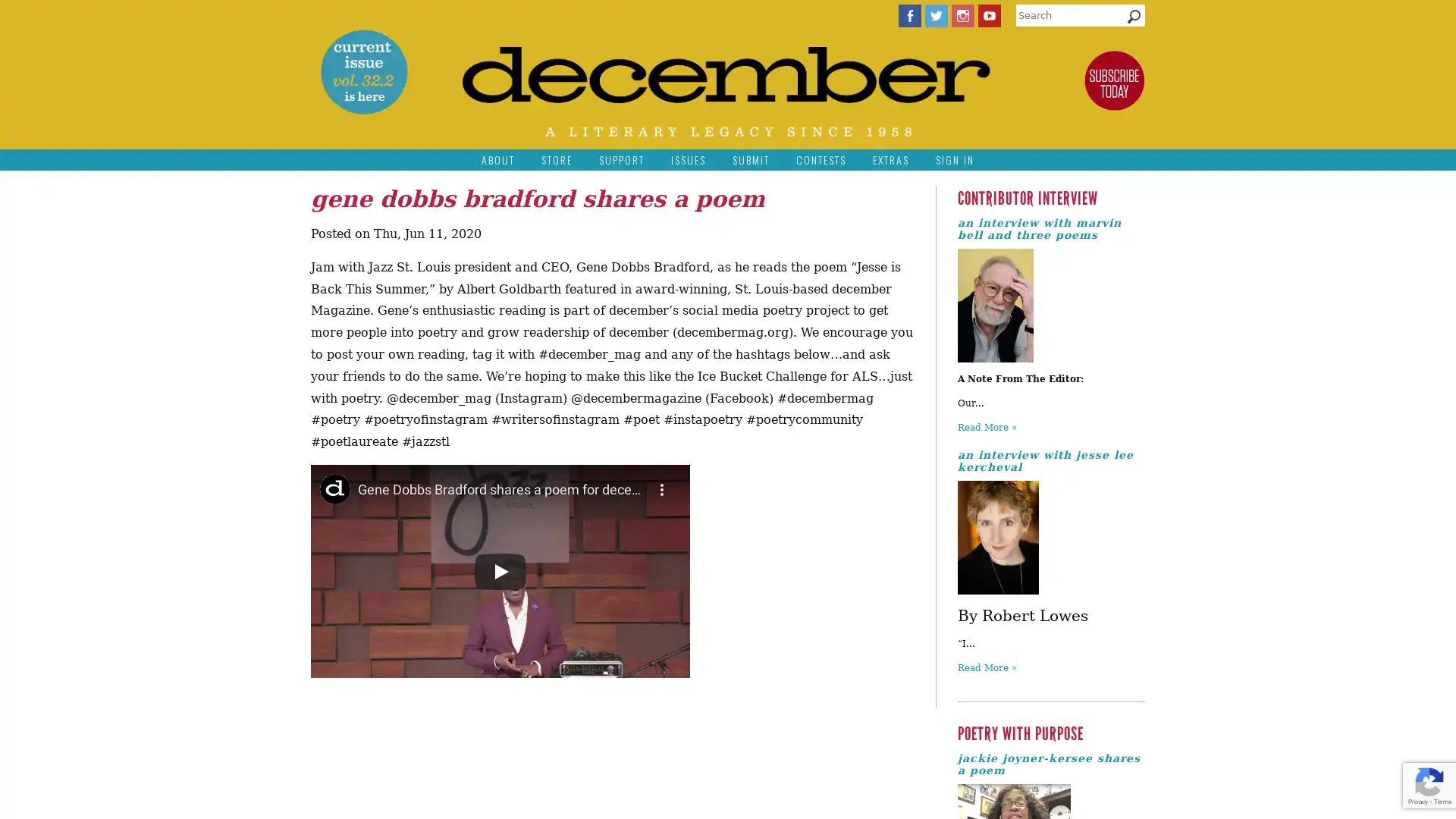 Image resolution: width=1456 pixels, height=819 pixels. Describe the element at coordinates (1134, 20) in the screenshot. I see `Search` at that location.